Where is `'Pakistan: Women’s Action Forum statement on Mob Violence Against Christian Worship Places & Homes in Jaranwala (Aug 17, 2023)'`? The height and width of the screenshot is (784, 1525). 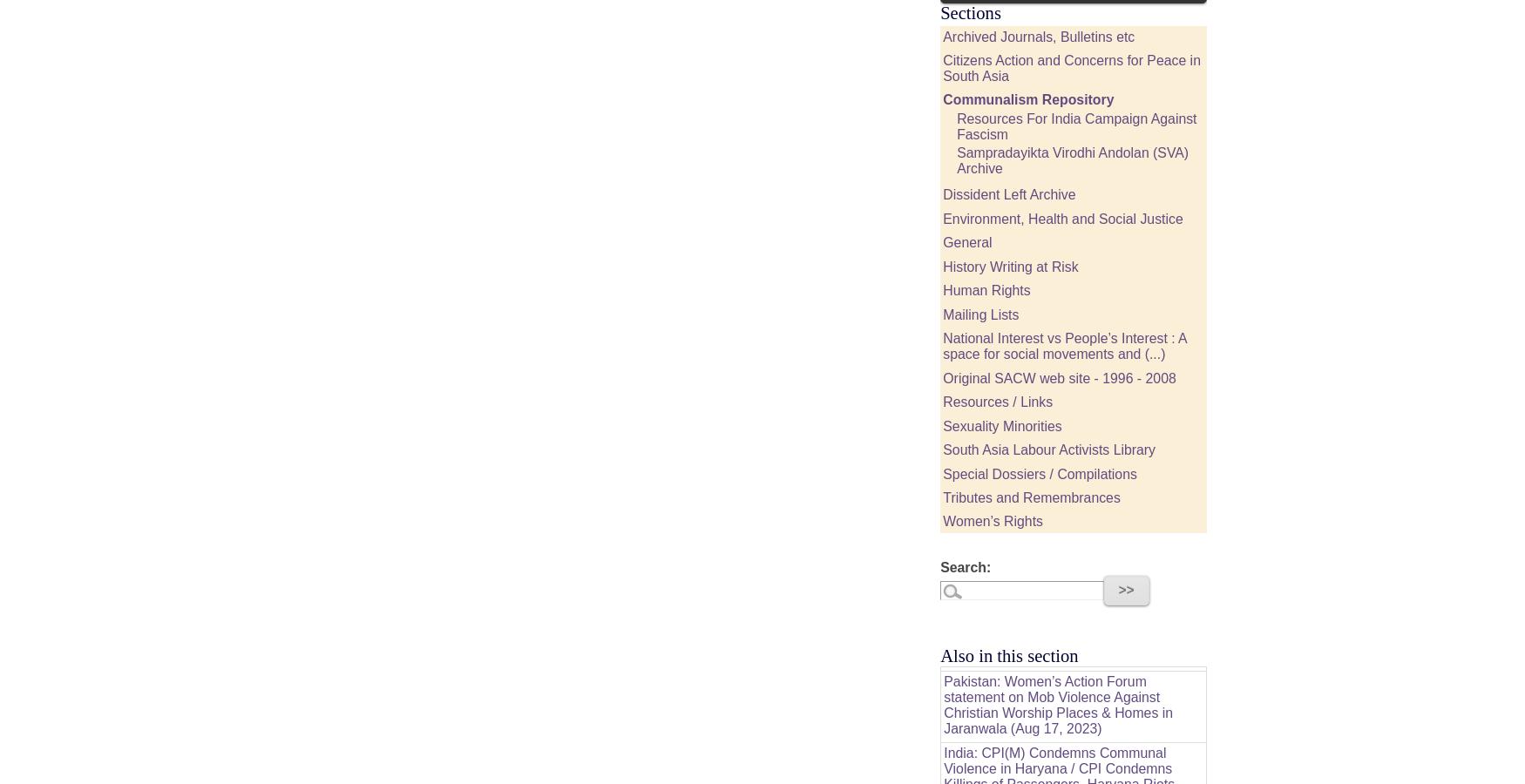
'Pakistan: Women’s Action Forum statement on Mob Violence Against Christian Worship Places & Homes in Jaranwala (Aug 17, 2023)' is located at coordinates (1058, 704).